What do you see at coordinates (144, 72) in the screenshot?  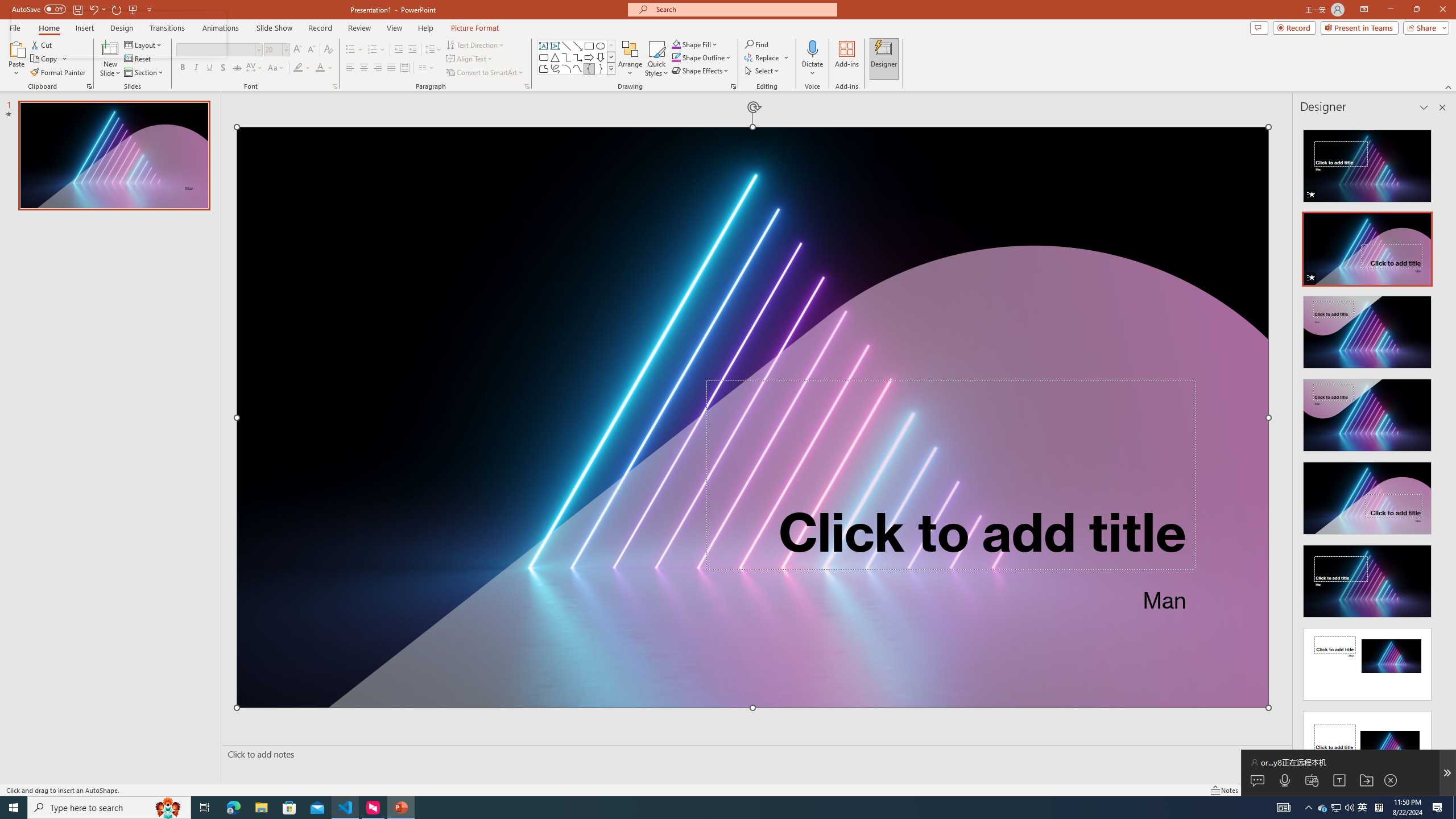 I see `'Section'` at bounding box center [144, 72].